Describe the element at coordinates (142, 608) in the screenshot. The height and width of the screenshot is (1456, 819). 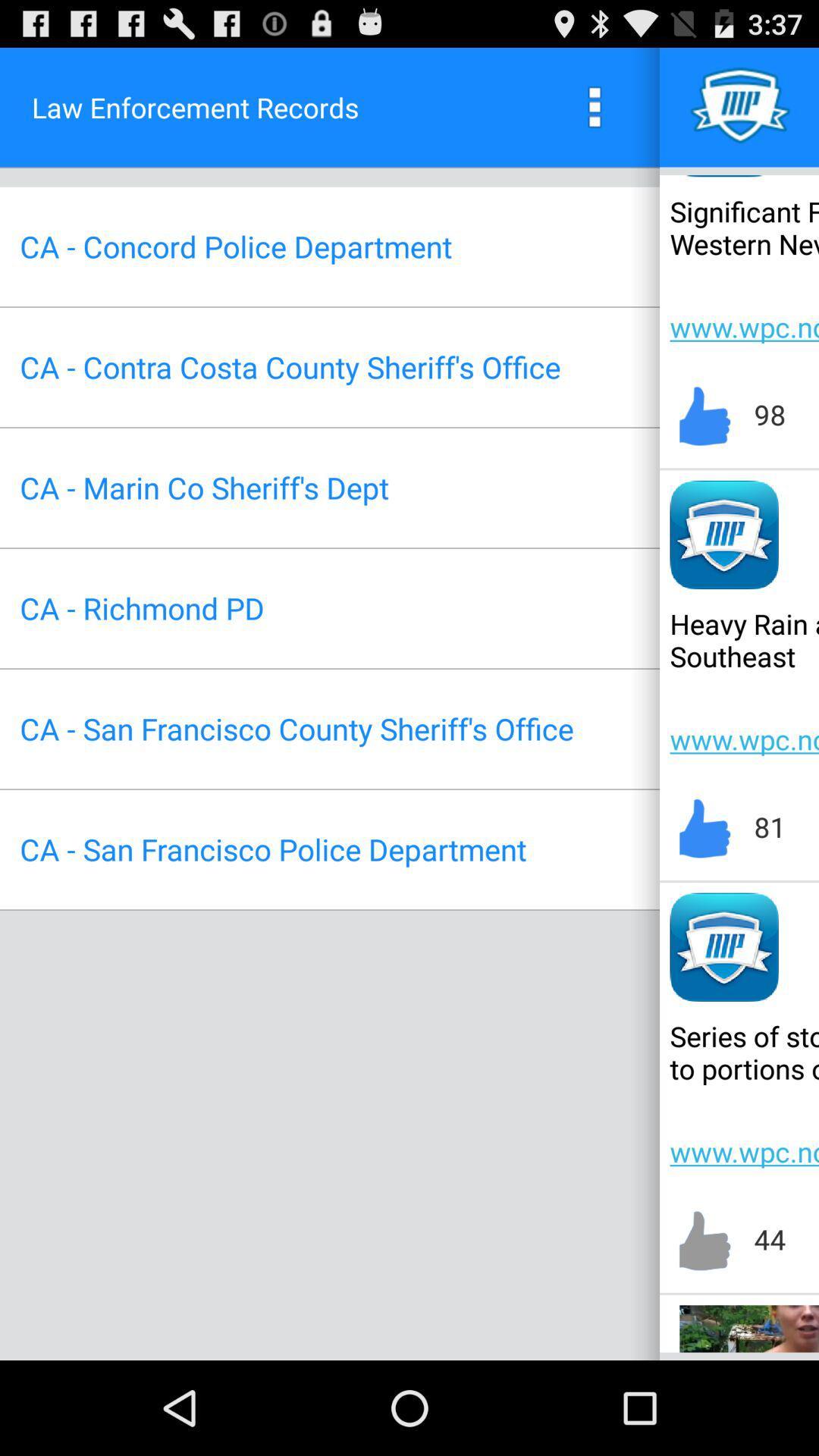
I see `ca - richmond pd icon` at that location.